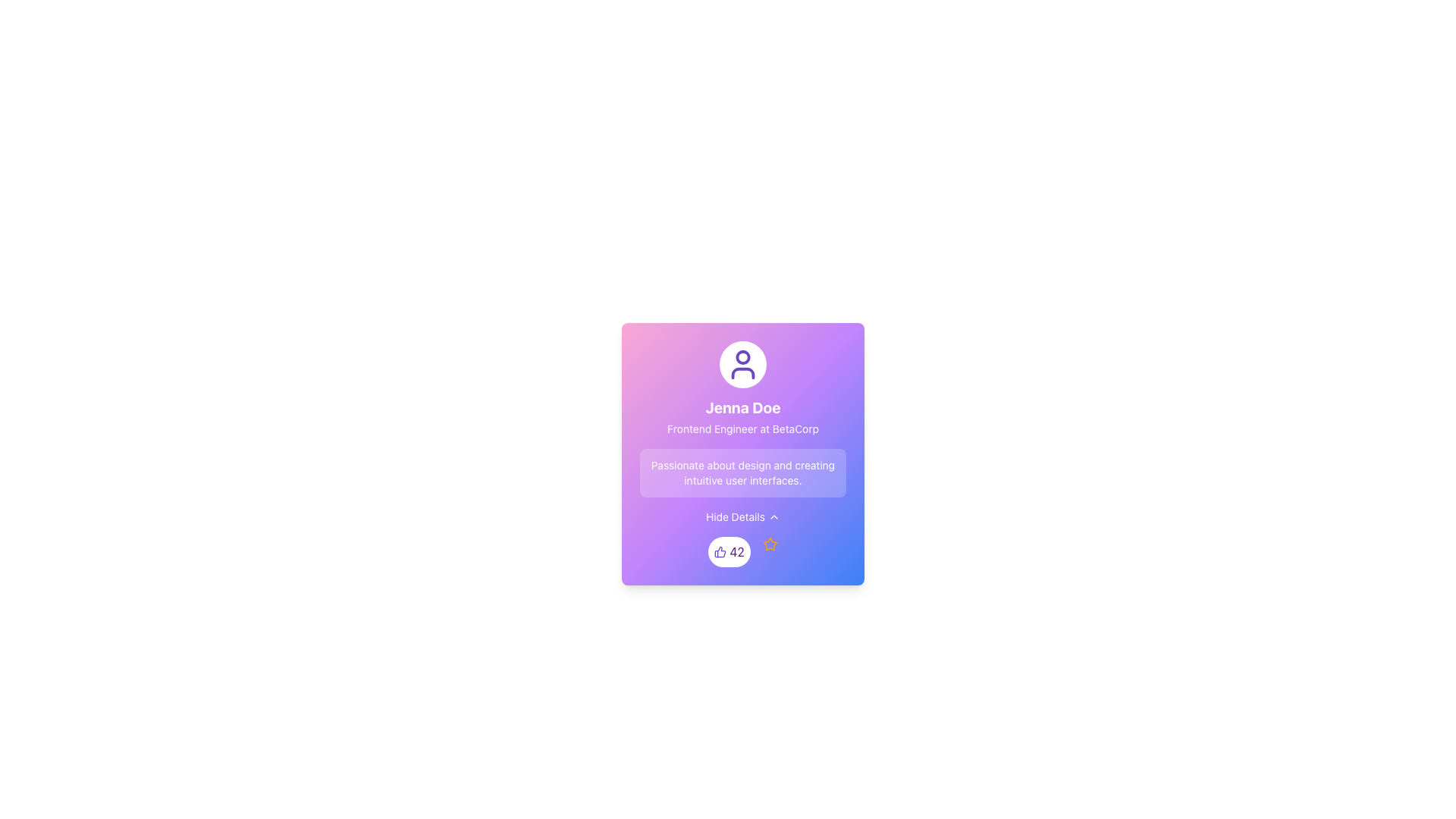 The image size is (1456, 819). Describe the element at coordinates (729, 552) in the screenshot. I see `the small circular white button with a thumbs-up icon and the number '42' in bold purple text to like` at that location.